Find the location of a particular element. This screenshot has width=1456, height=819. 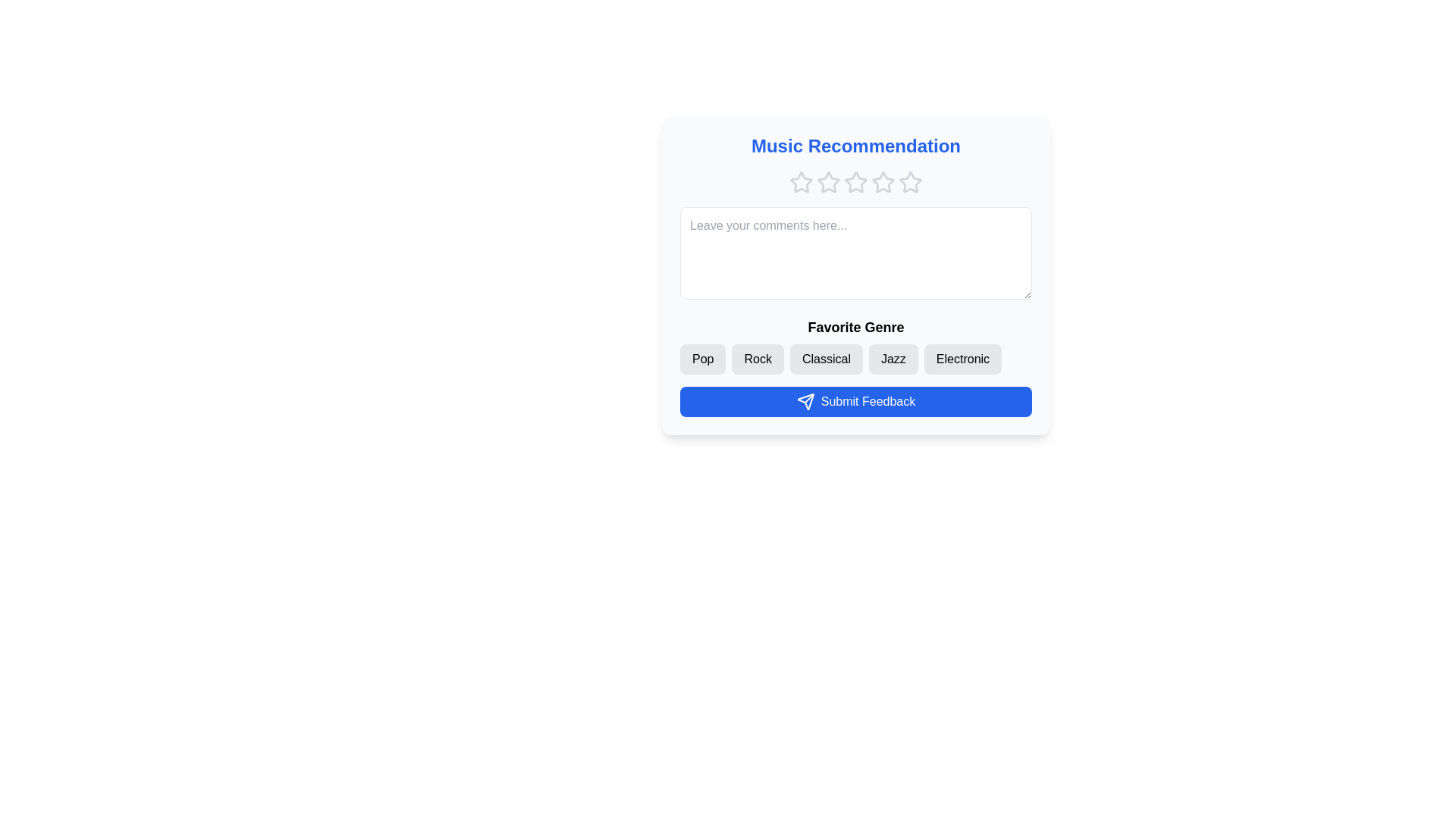

the 'Electronic' genre button, which is the fifth button in the horizontal list of genre buttons located at the bottom center of the application interface is located at coordinates (962, 359).